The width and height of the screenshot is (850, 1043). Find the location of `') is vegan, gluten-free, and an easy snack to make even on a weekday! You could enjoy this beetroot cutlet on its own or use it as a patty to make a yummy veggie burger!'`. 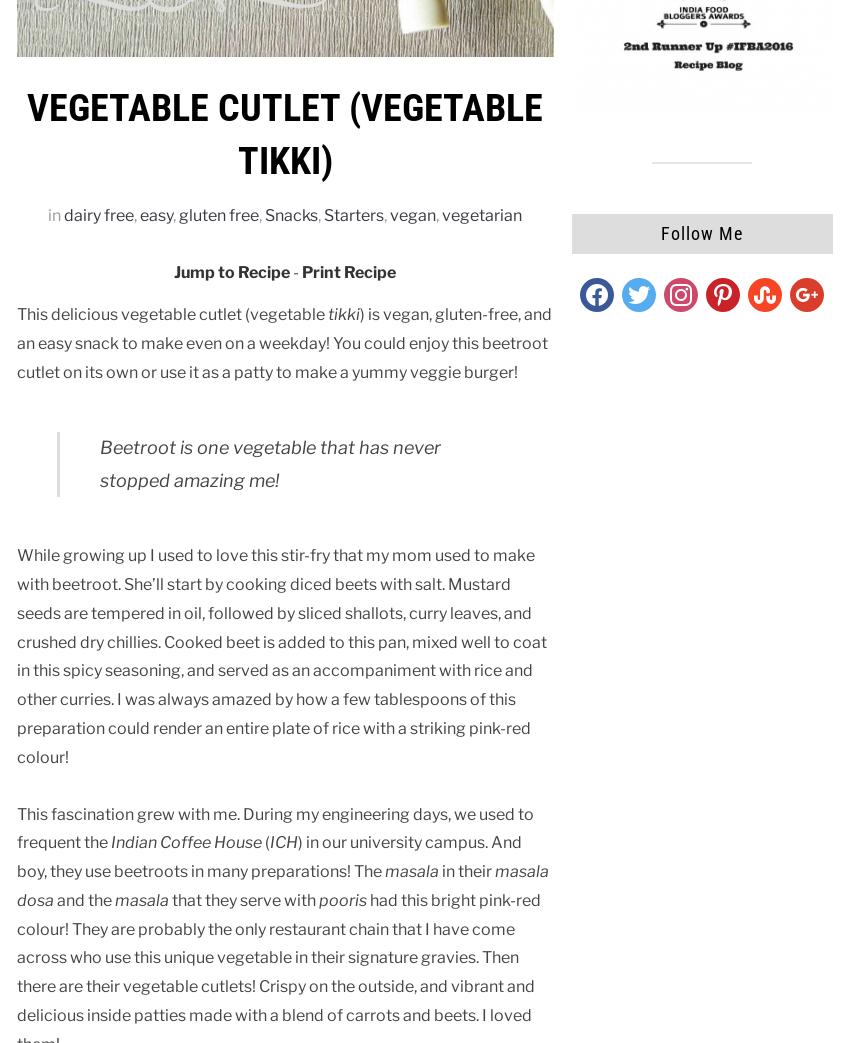

') is vegan, gluten-free, and an easy snack to make even on a weekday! You could enjoy this beetroot cutlet on its own or use it as a patty to make a yummy veggie burger!' is located at coordinates (16, 341).